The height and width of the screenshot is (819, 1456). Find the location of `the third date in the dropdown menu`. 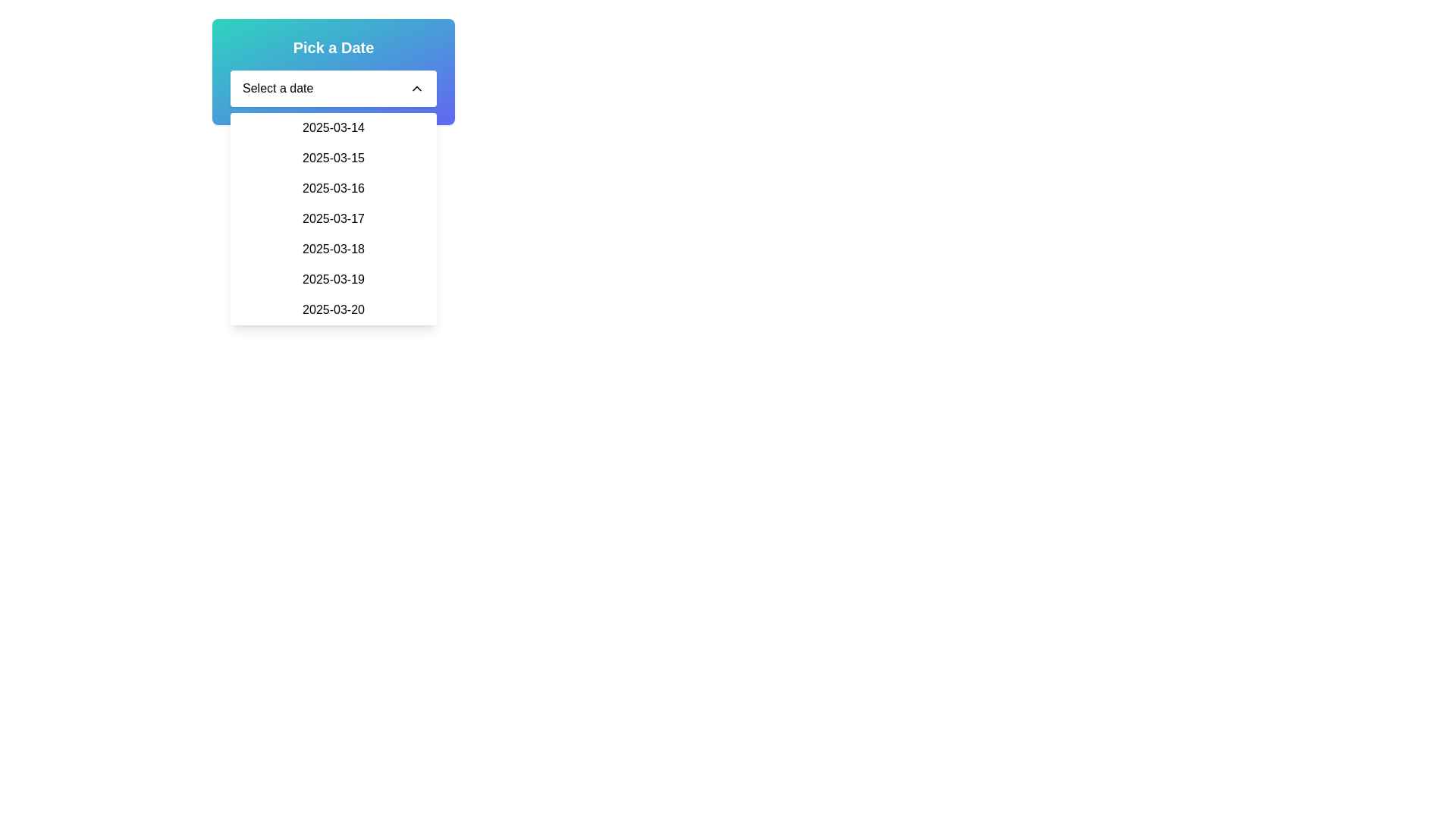

the third date in the dropdown menu is located at coordinates (333, 188).